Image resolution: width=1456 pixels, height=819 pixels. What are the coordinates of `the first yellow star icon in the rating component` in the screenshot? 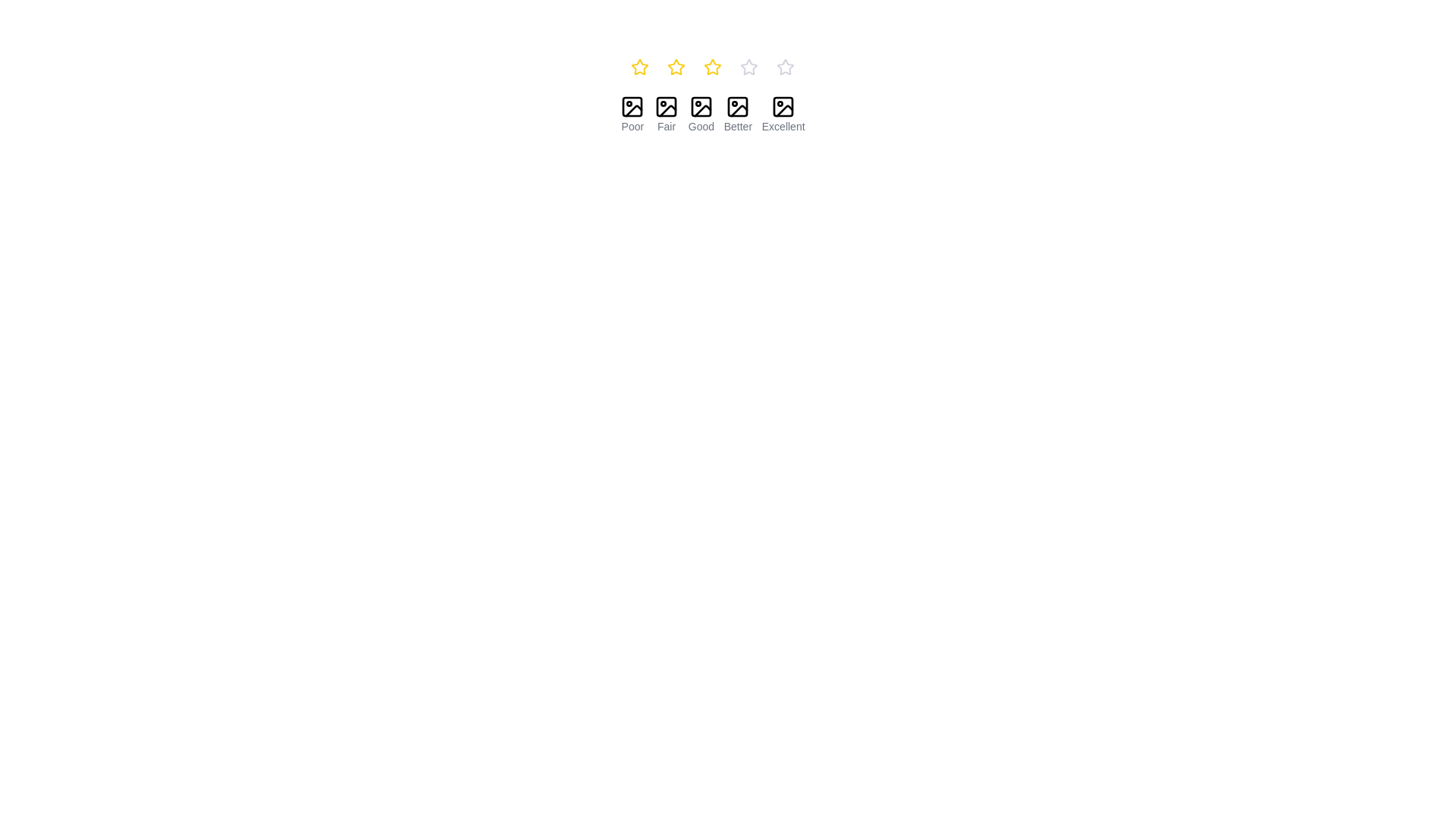 It's located at (640, 66).